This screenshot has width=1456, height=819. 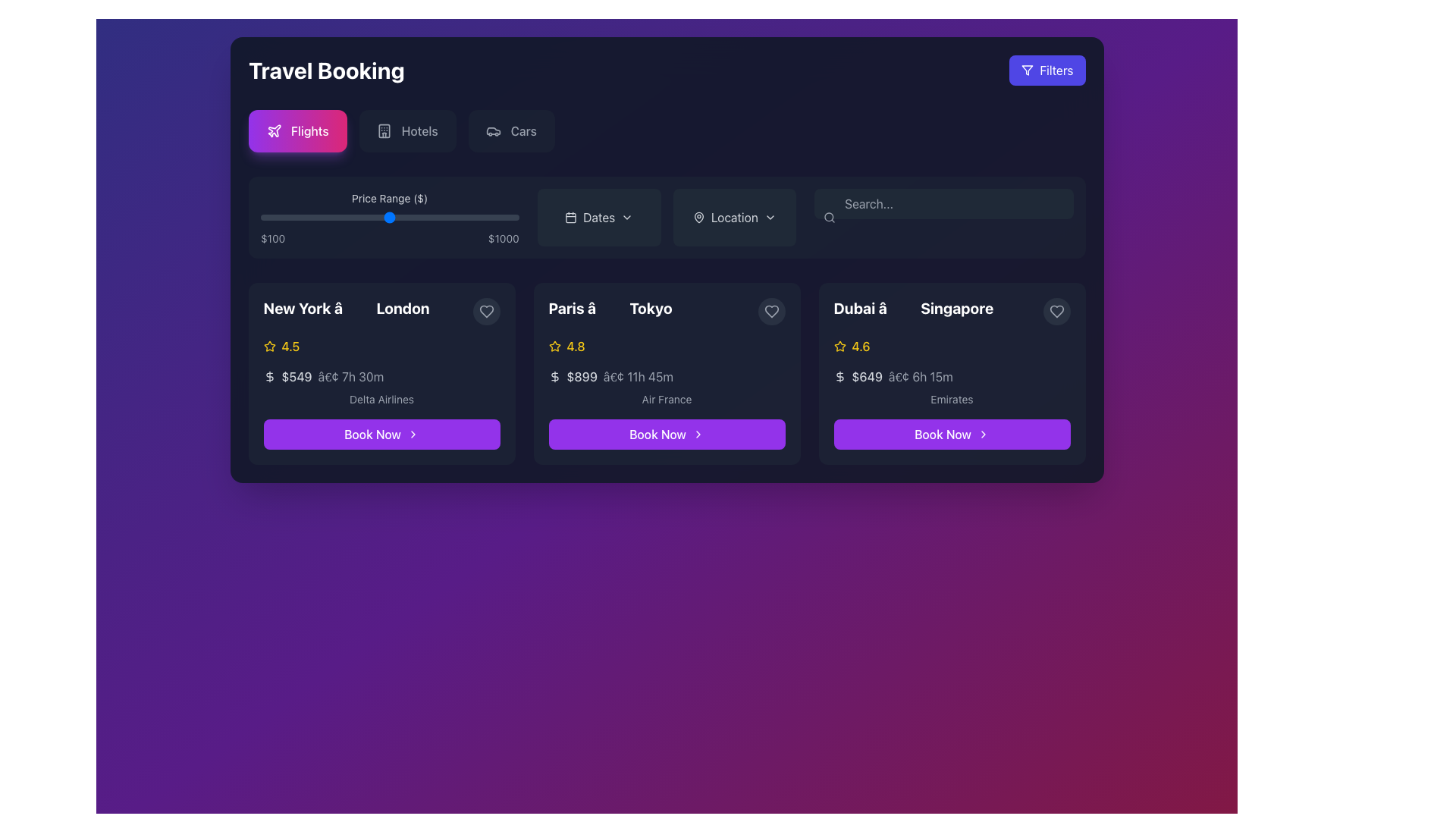 What do you see at coordinates (486, 311) in the screenshot?
I see `the circular button with a heart-shaped icon located in the upper-right corner of the travel information card from 'New York' to 'London'` at bounding box center [486, 311].